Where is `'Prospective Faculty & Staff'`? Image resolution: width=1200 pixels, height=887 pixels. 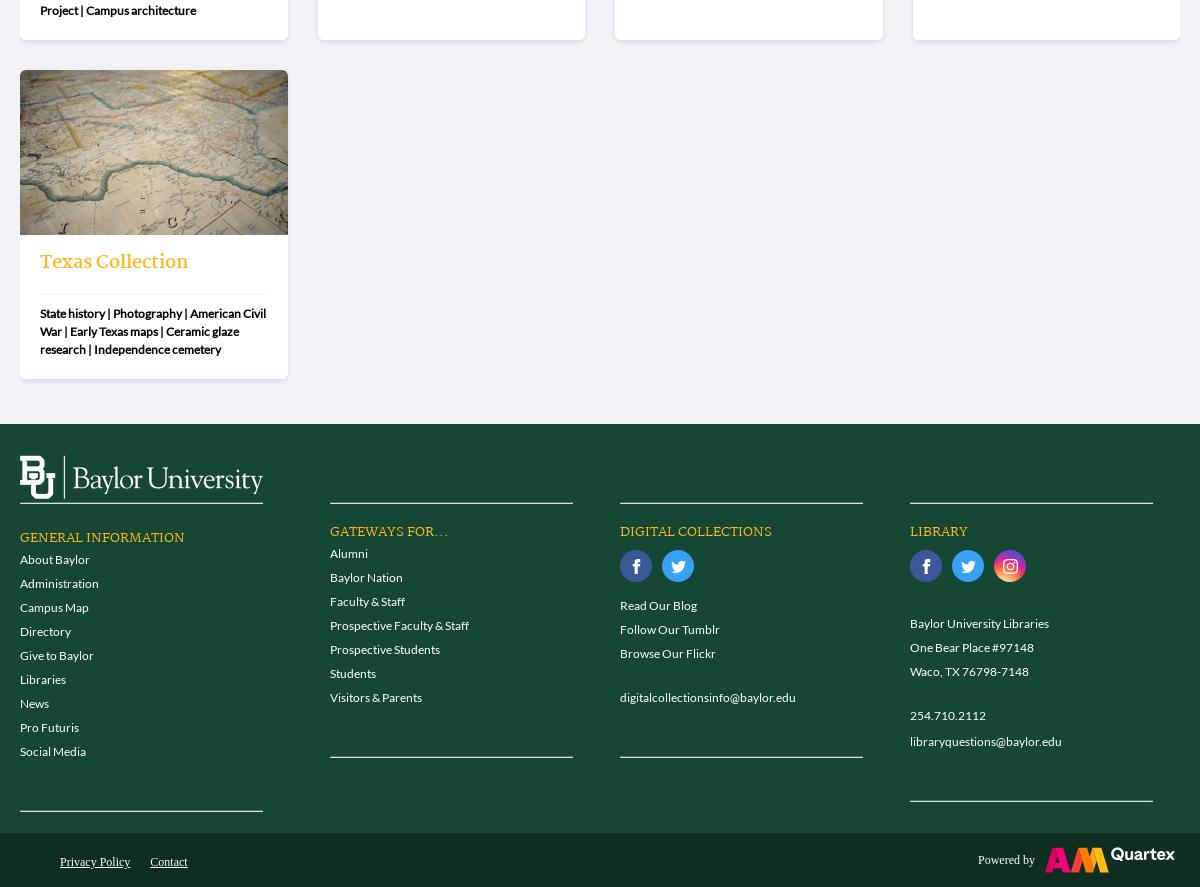 'Prospective Faculty & Staff' is located at coordinates (399, 625).